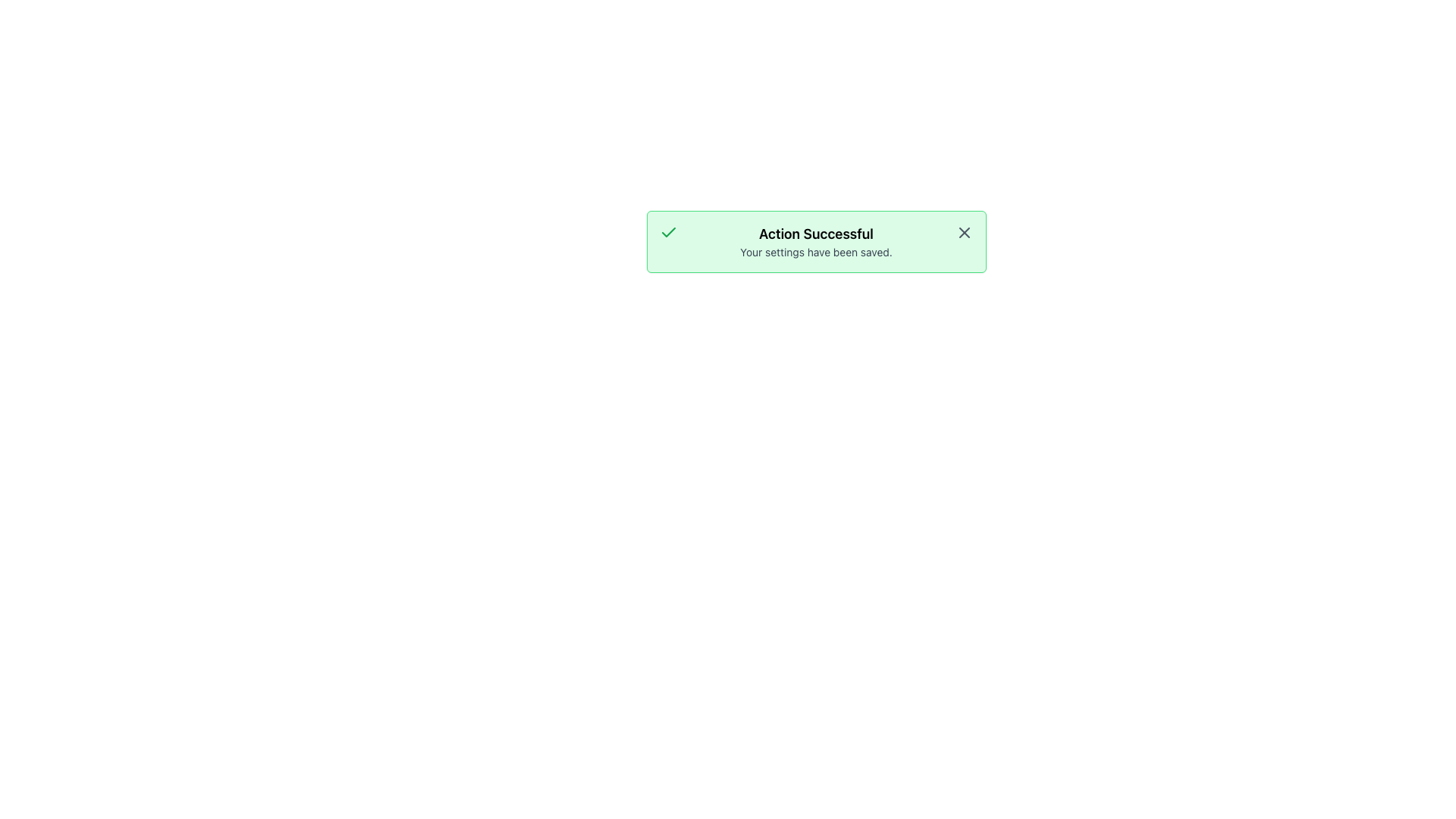 The width and height of the screenshot is (1456, 819). Describe the element at coordinates (667, 232) in the screenshot. I see `the green checkmark icon located on the left side of the 'Action Successful' message box in the notification banner` at that location.